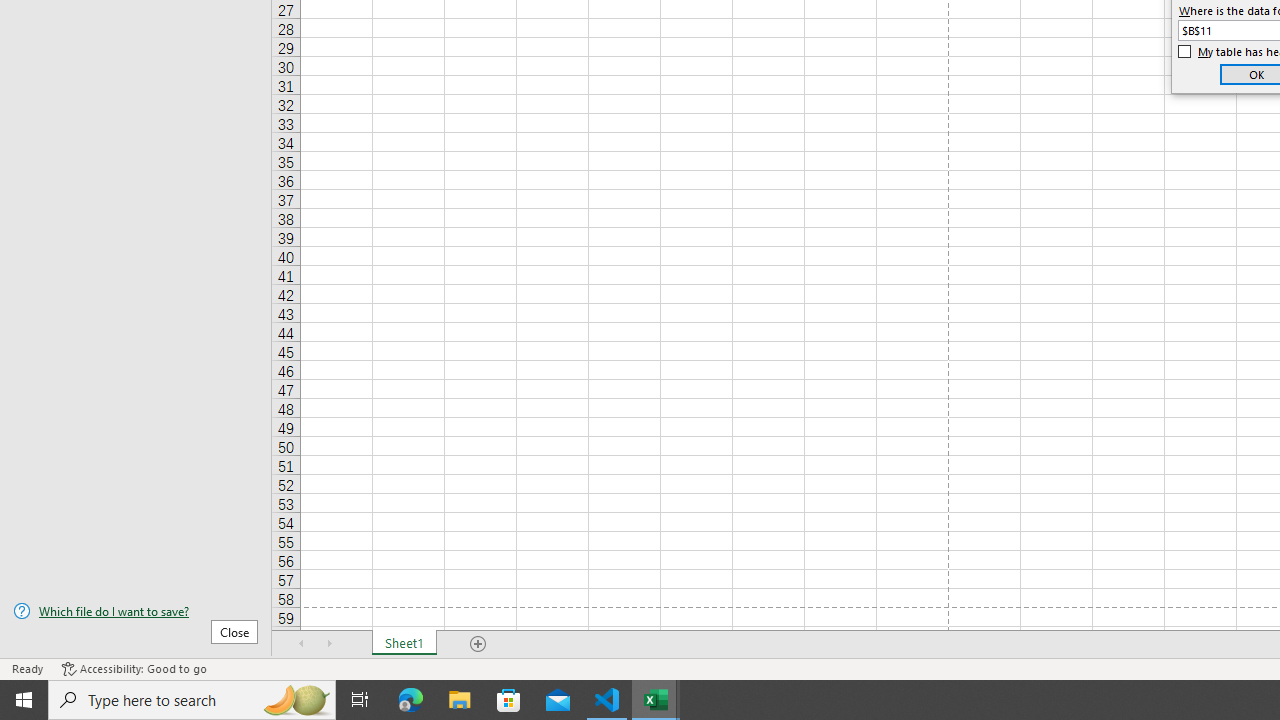 Image resolution: width=1280 pixels, height=720 pixels. What do you see at coordinates (234, 631) in the screenshot?
I see `'Close'` at bounding box center [234, 631].